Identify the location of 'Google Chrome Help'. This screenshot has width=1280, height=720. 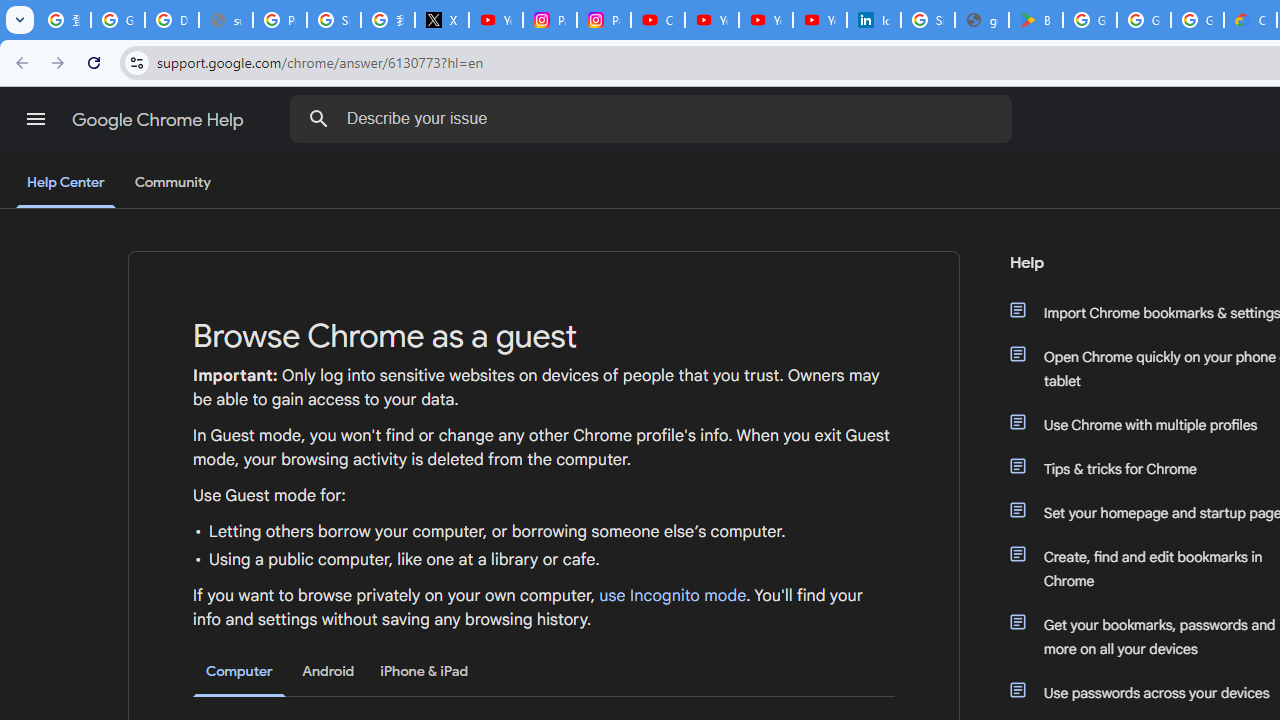
(160, 119).